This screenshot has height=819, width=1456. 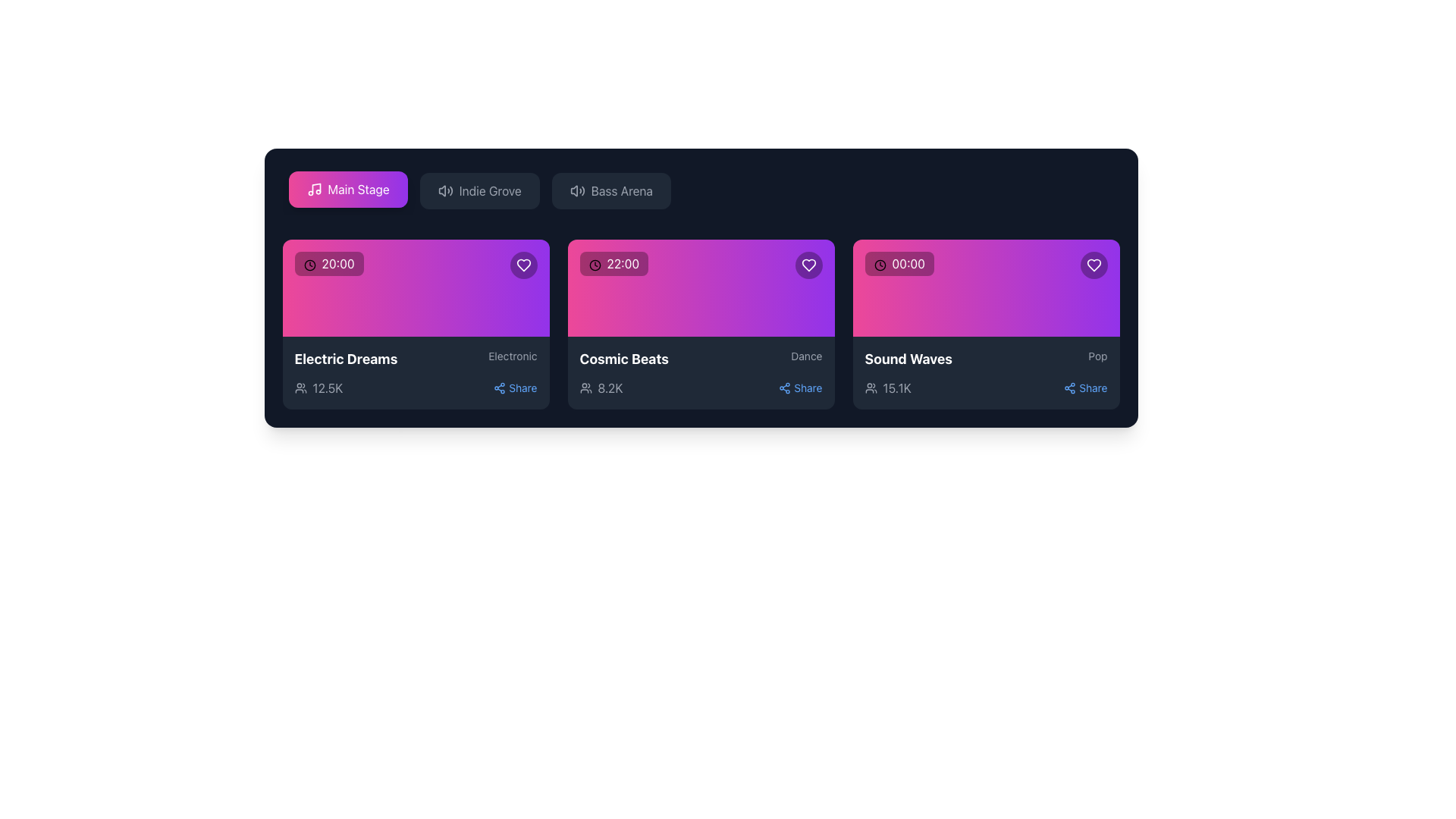 What do you see at coordinates (613, 262) in the screenshot?
I see `the visual label displaying the time '22:00' with a clock icon on the left, located in the top-left part of the 'Cosmic Beats' information card` at bounding box center [613, 262].